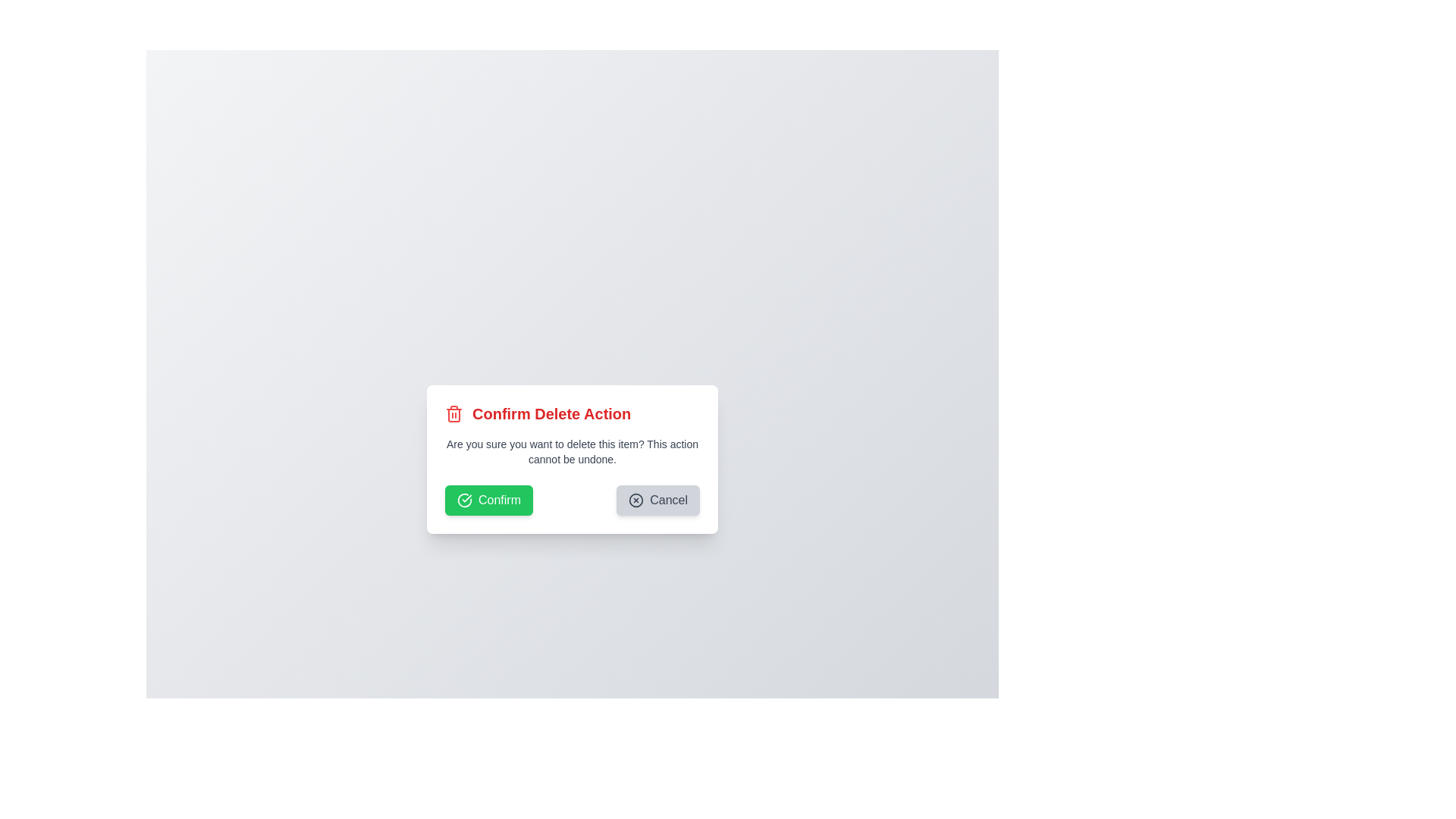 Image resolution: width=1456 pixels, height=819 pixels. What do you see at coordinates (464, 500) in the screenshot?
I see `the checkmark icon within the green 'Confirm' button located on the bottom-left of the confirmation dialog box labeled 'Confirm Delete Action'` at bounding box center [464, 500].